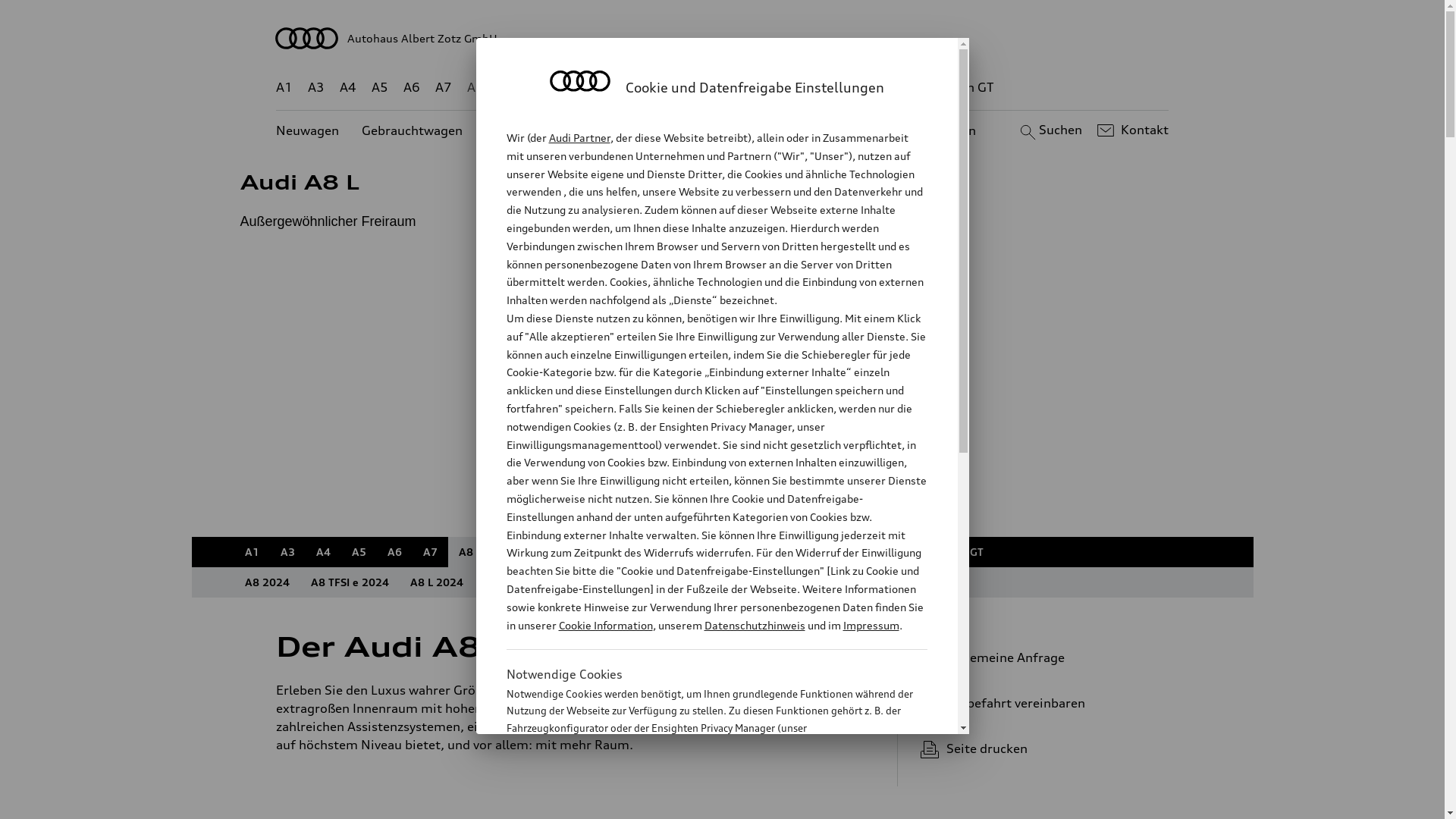 This screenshot has height=819, width=1456. Describe the element at coordinates (306, 130) in the screenshot. I see `'Neuwagen'` at that location.